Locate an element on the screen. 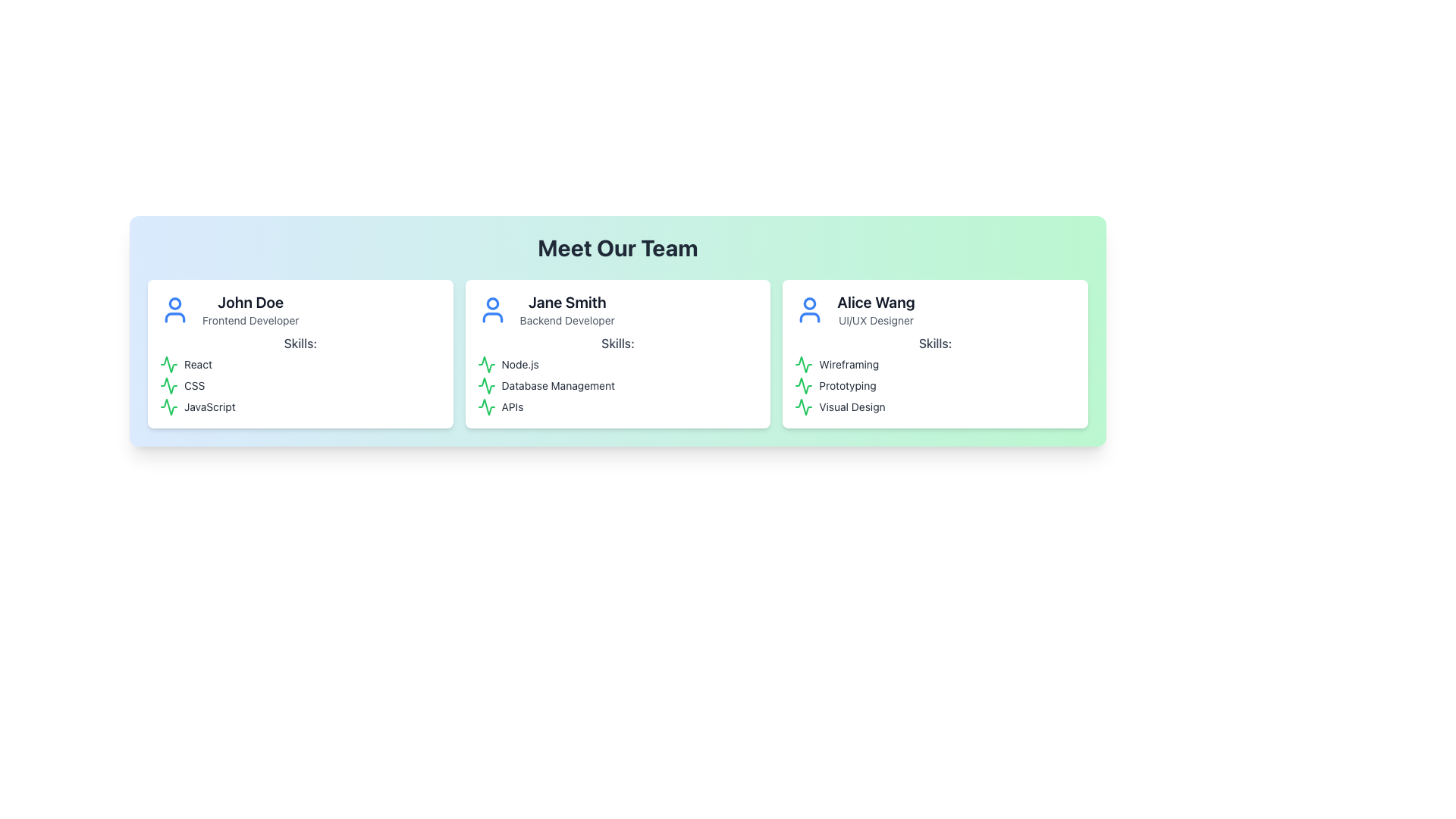 This screenshot has height=819, width=1456. the text label 'Alice Wang' from the top of the rightmost card in the 'Meet Our Team' grid is located at coordinates (876, 302).